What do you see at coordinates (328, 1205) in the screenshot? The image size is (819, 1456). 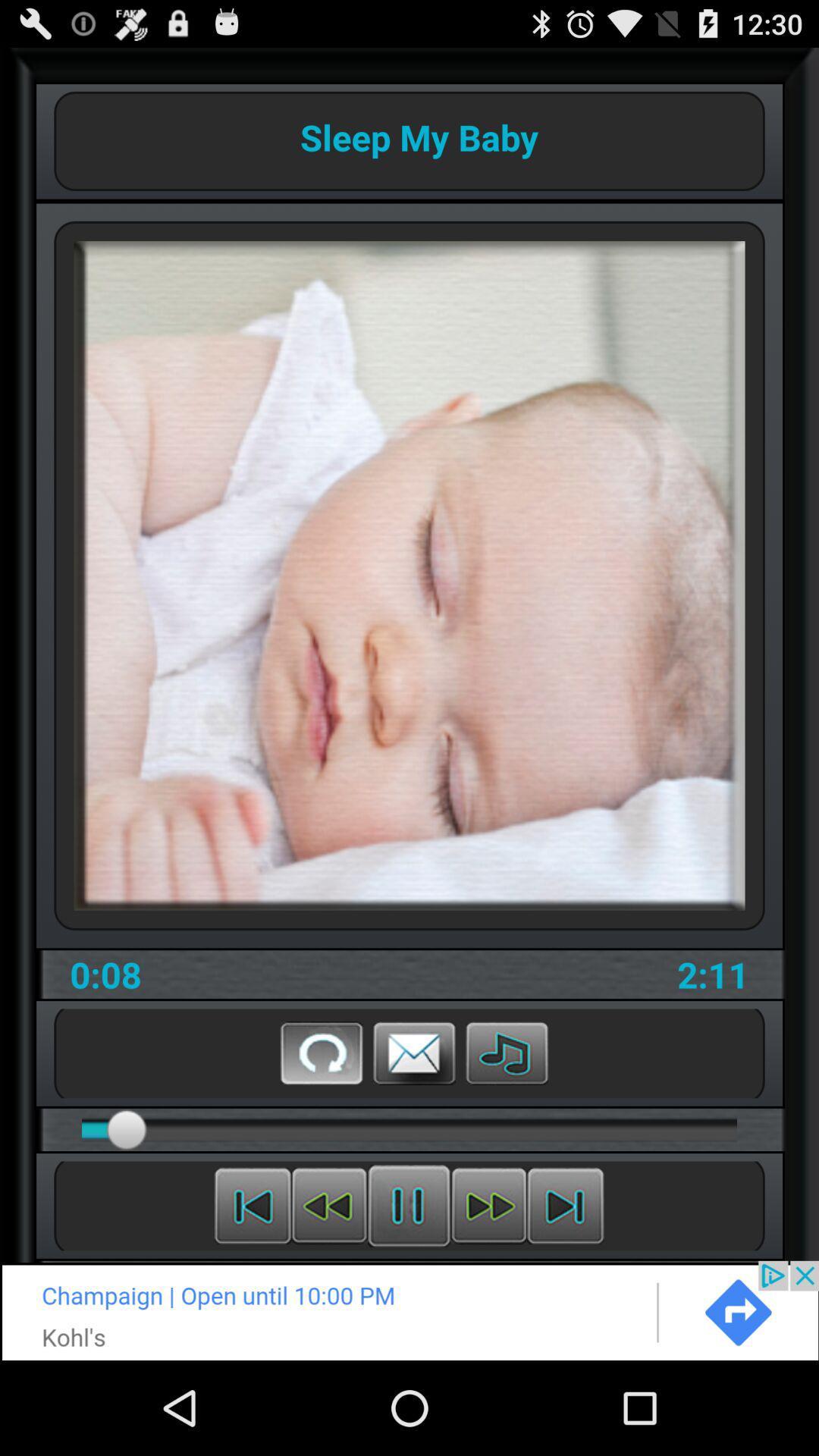 I see `scroll back on current media file` at bounding box center [328, 1205].